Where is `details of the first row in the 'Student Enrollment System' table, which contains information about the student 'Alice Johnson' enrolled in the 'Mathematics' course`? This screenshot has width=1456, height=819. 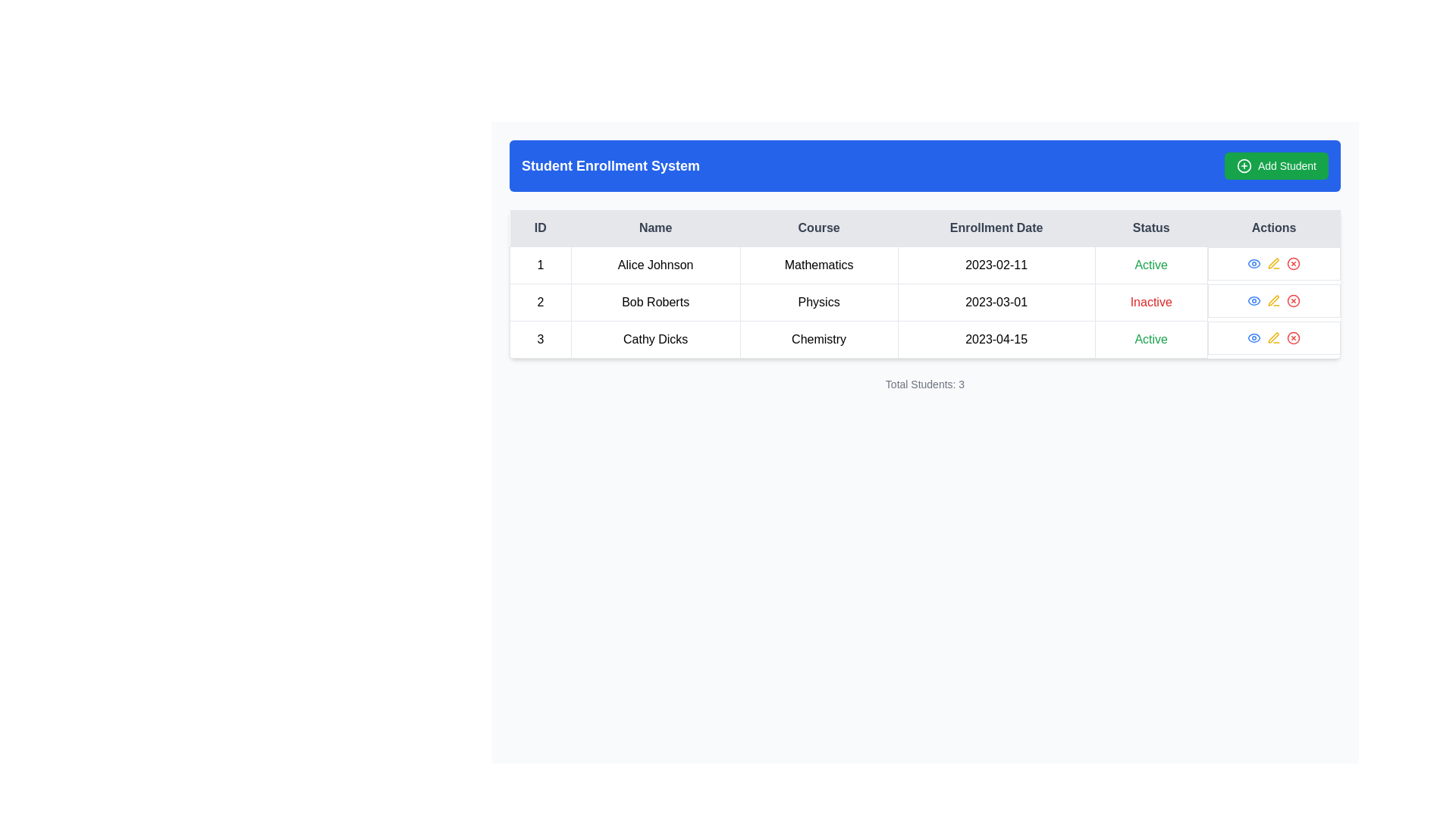 details of the first row in the 'Student Enrollment System' table, which contains information about the student 'Alice Johnson' enrolled in the 'Mathematics' course is located at coordinates (924, 265).